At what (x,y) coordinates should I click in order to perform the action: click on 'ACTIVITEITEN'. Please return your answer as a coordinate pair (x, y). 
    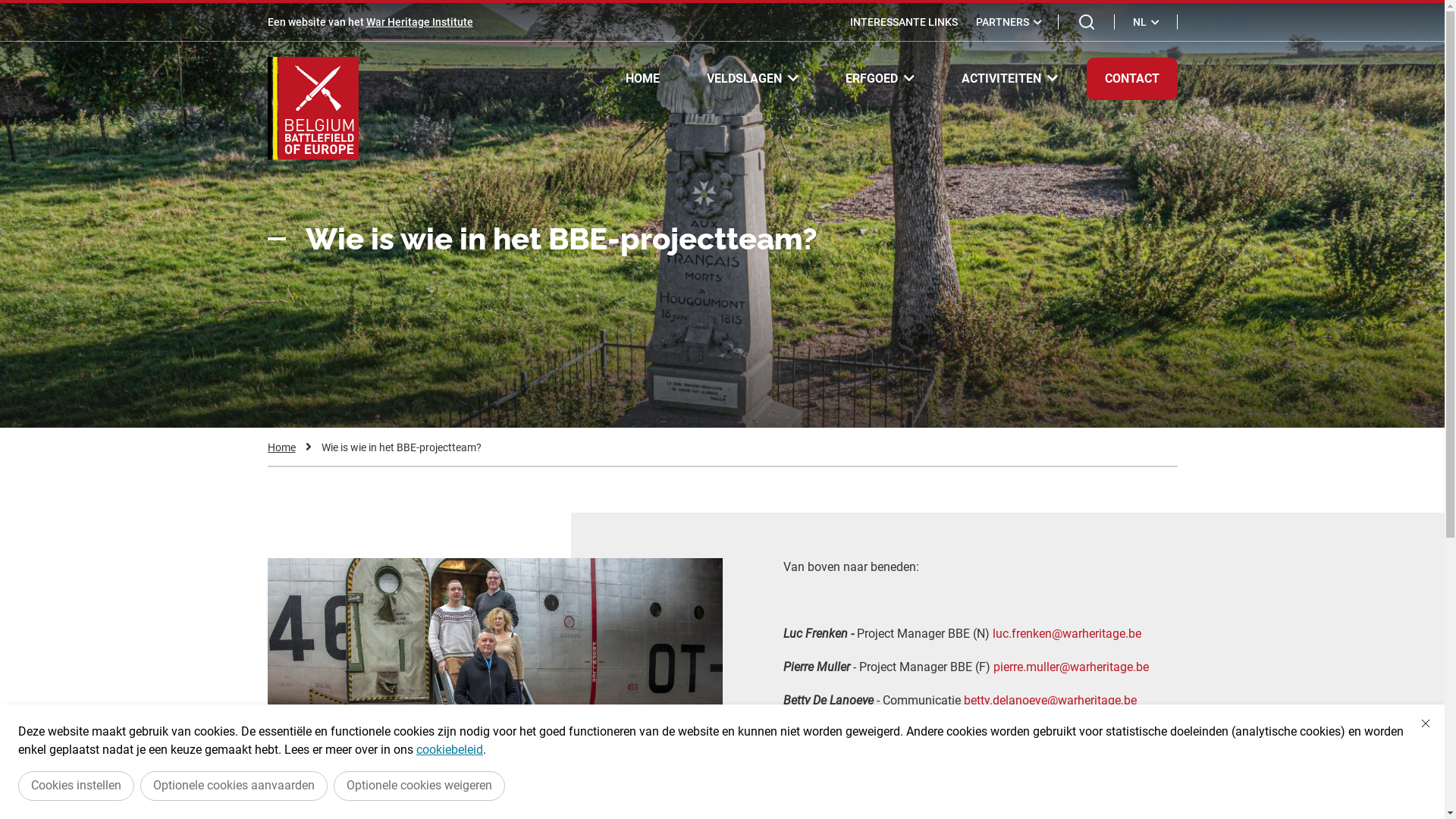
    Looking at the image, I should click on (1009, 78).